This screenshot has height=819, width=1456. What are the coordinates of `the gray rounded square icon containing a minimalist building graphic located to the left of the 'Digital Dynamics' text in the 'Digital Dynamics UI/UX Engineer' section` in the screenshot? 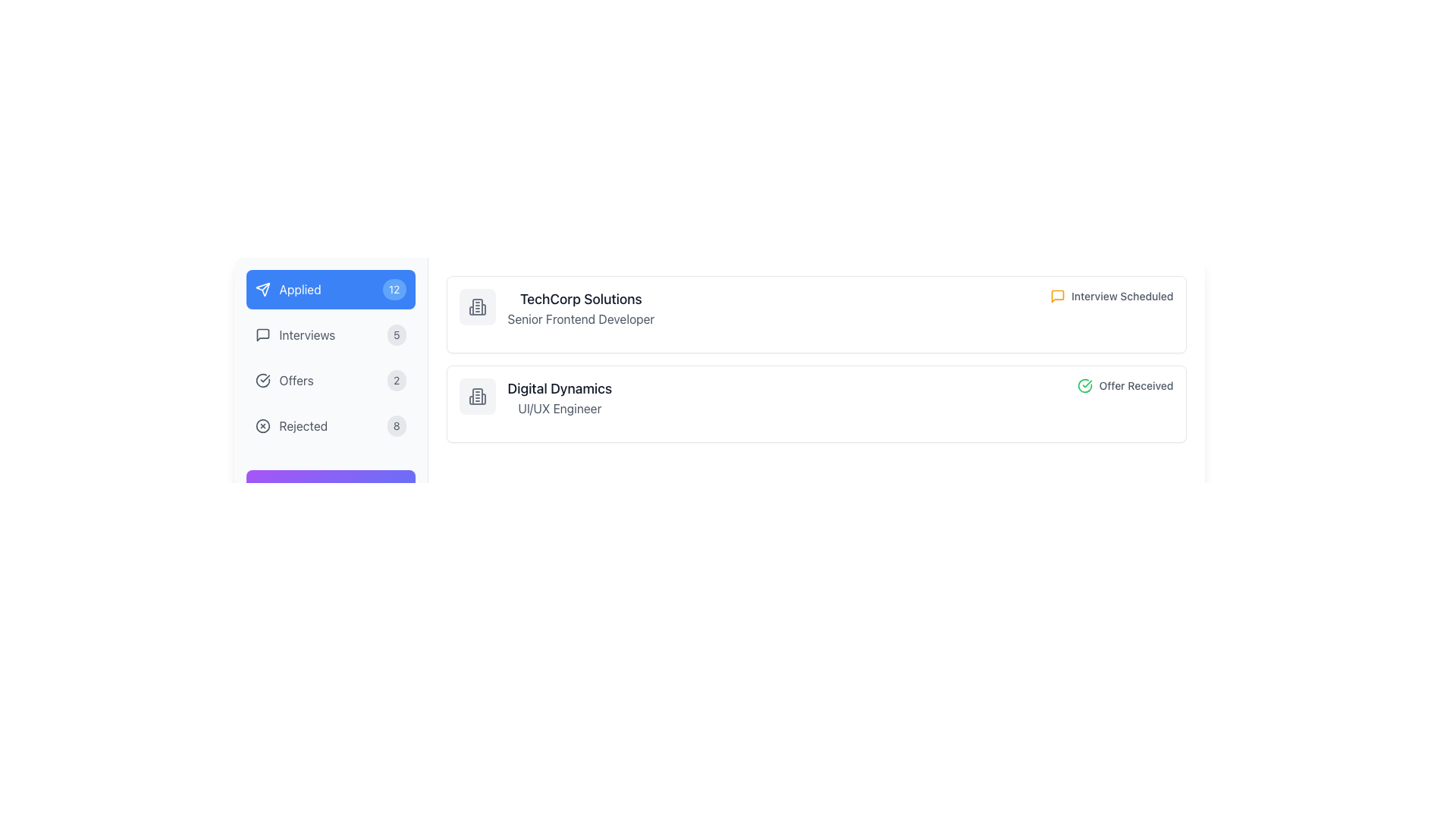 It's located at (476, 396).